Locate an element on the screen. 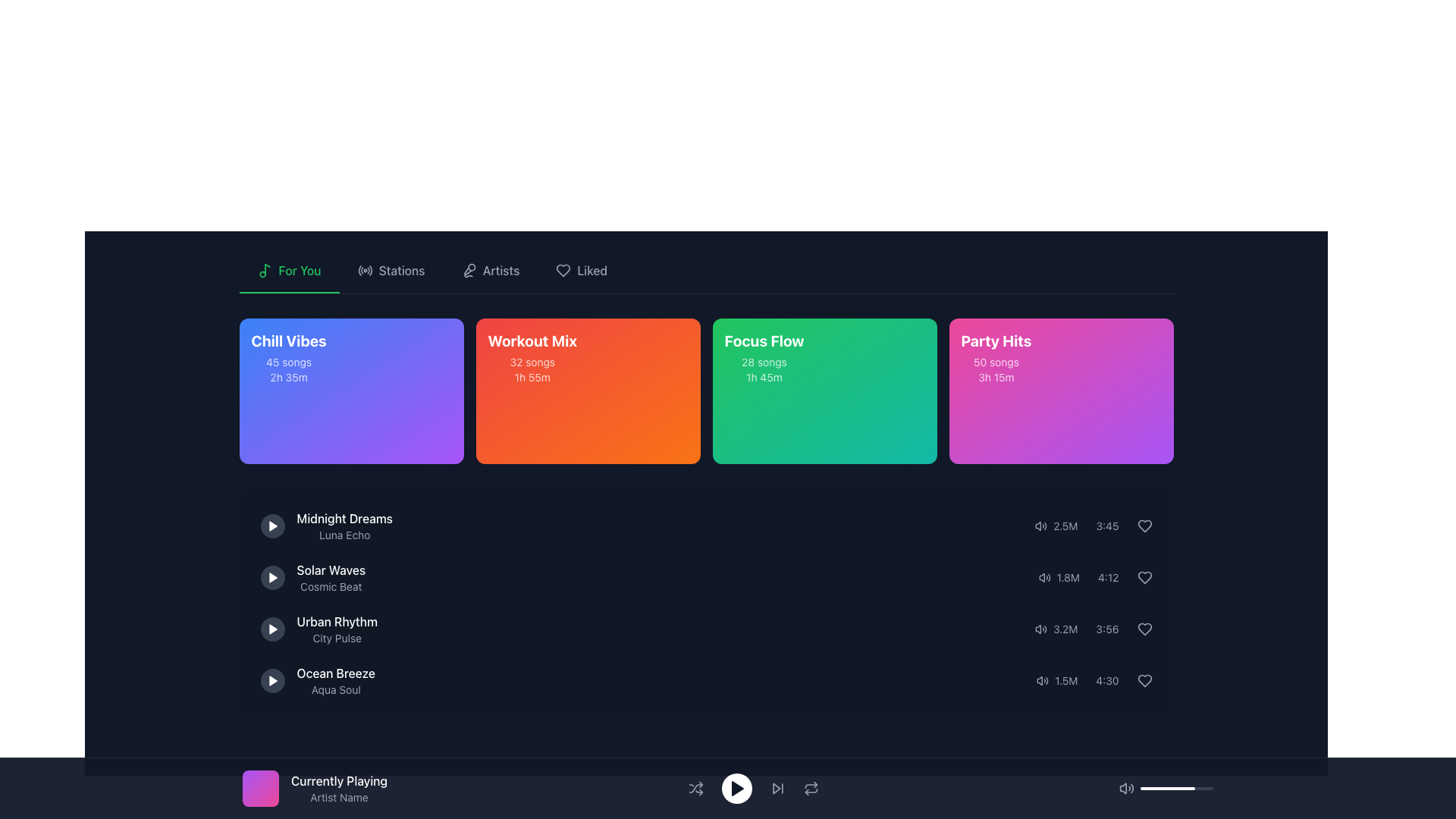  the text label displaying the title 'Midnight Dreams' and artist 'Luna Echo', which is positioned to the right of the play button is located at coordinates (344, 526).